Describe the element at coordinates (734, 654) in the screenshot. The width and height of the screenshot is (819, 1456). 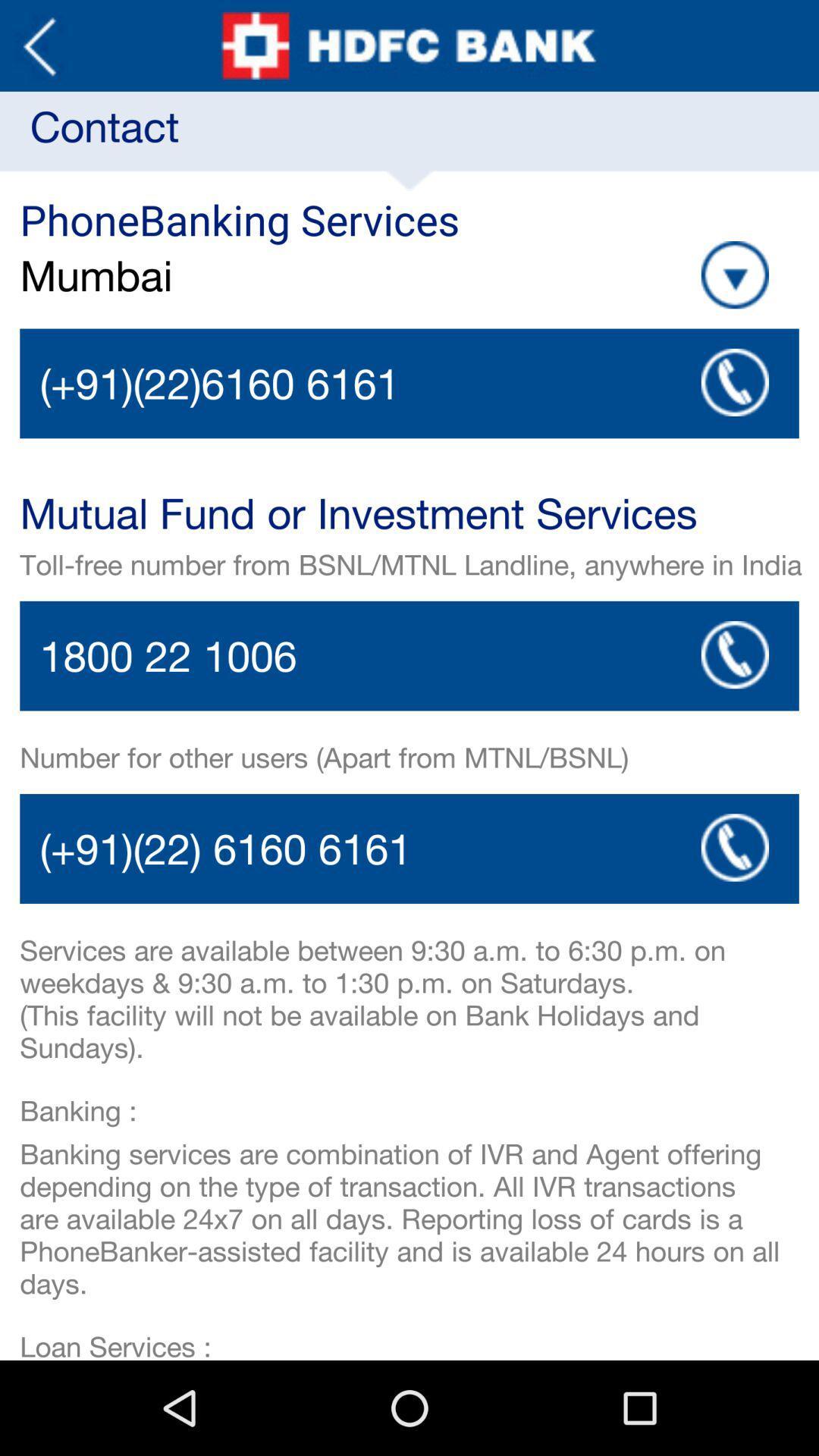
I see `call 1800 22 1006` at that location.